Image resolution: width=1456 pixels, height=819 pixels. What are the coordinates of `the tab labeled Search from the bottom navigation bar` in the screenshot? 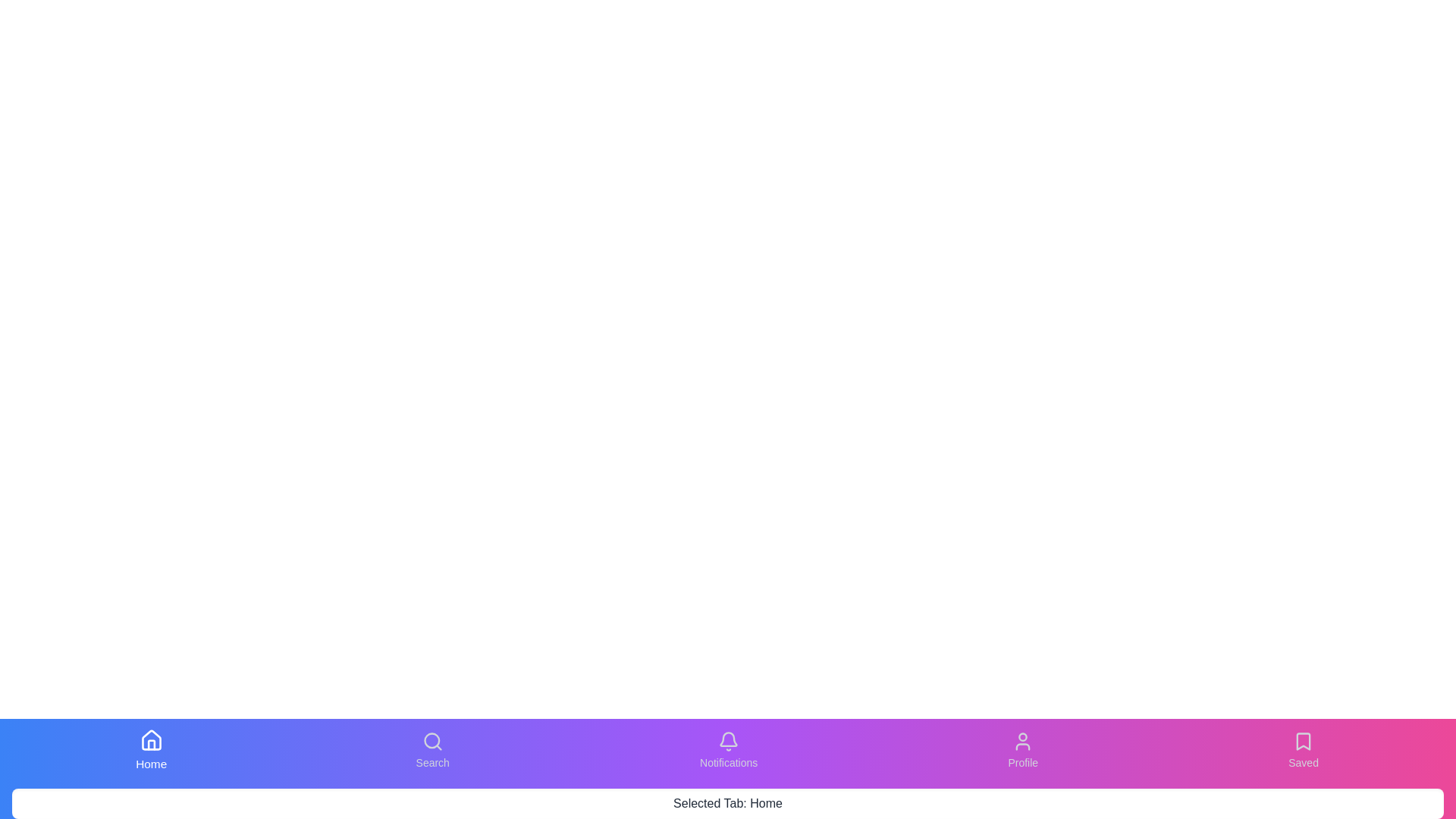 It's located at (431, 751).